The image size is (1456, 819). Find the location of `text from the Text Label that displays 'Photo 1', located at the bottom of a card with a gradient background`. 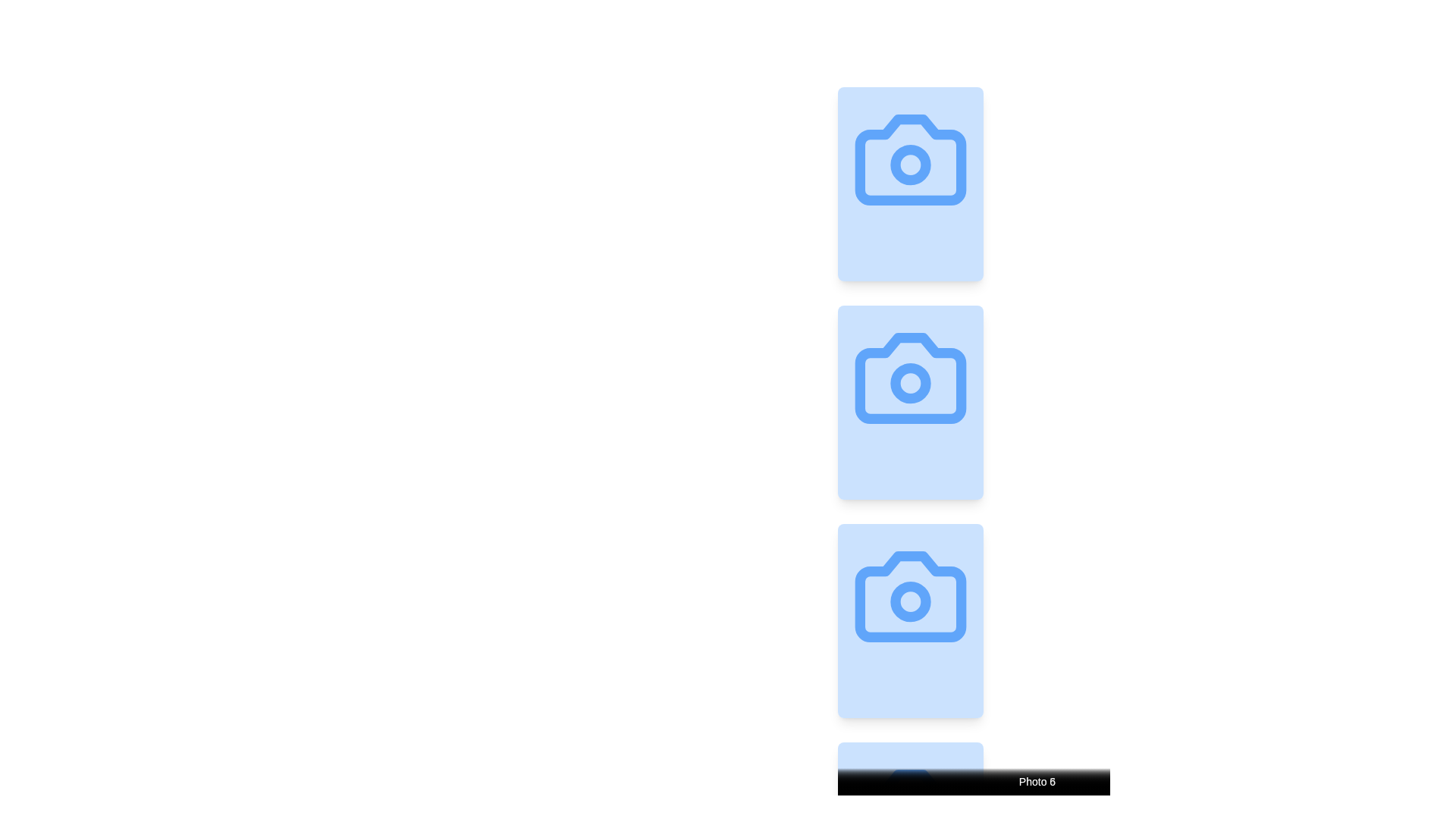

text from the Text Label that displays 'Photo 1', located at the bottom of a card with a gradient background is located at coordinates (1037, 781).